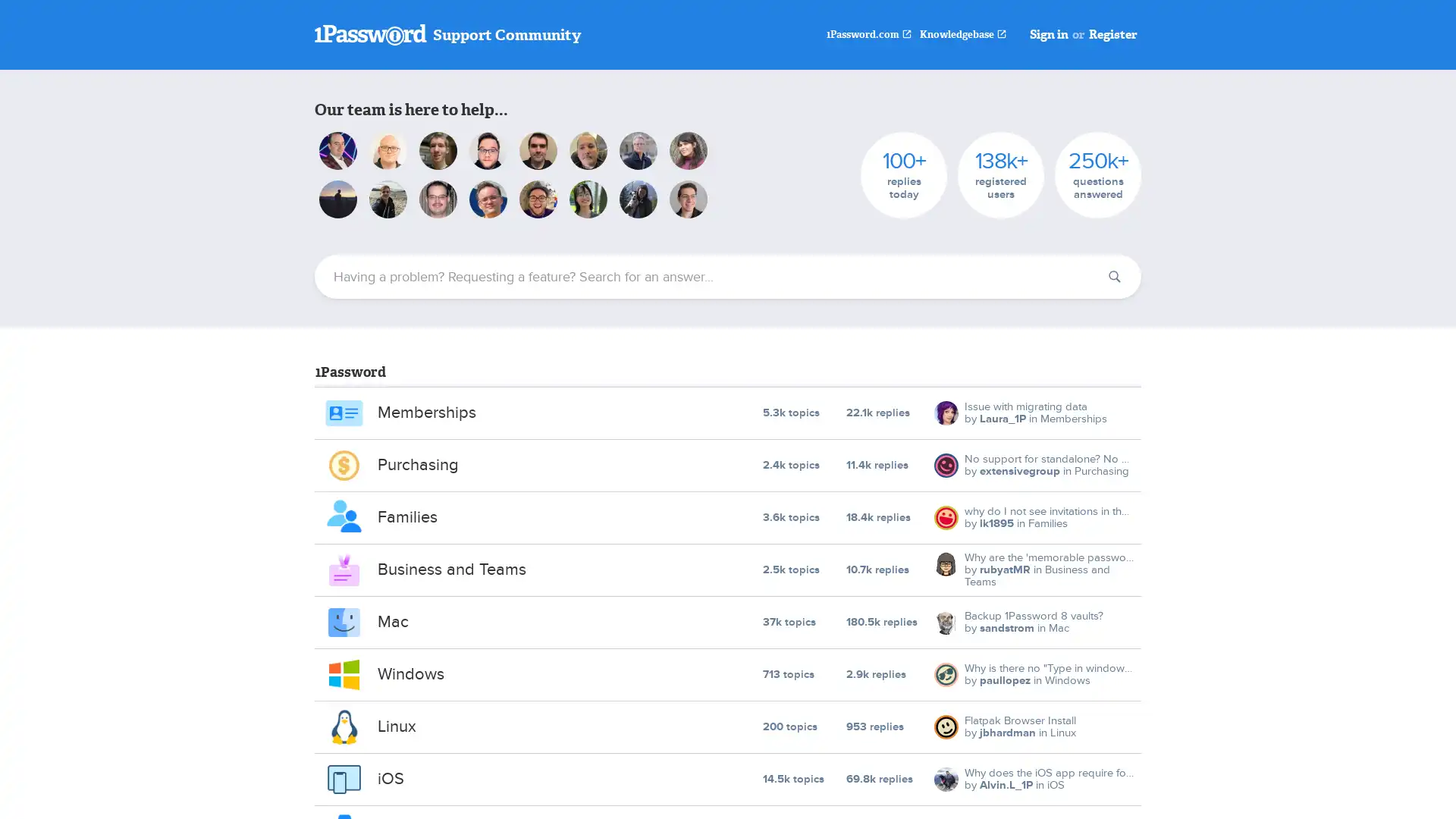 The image size is (1456, 819). I want to click on Go, so click(1114, 277).